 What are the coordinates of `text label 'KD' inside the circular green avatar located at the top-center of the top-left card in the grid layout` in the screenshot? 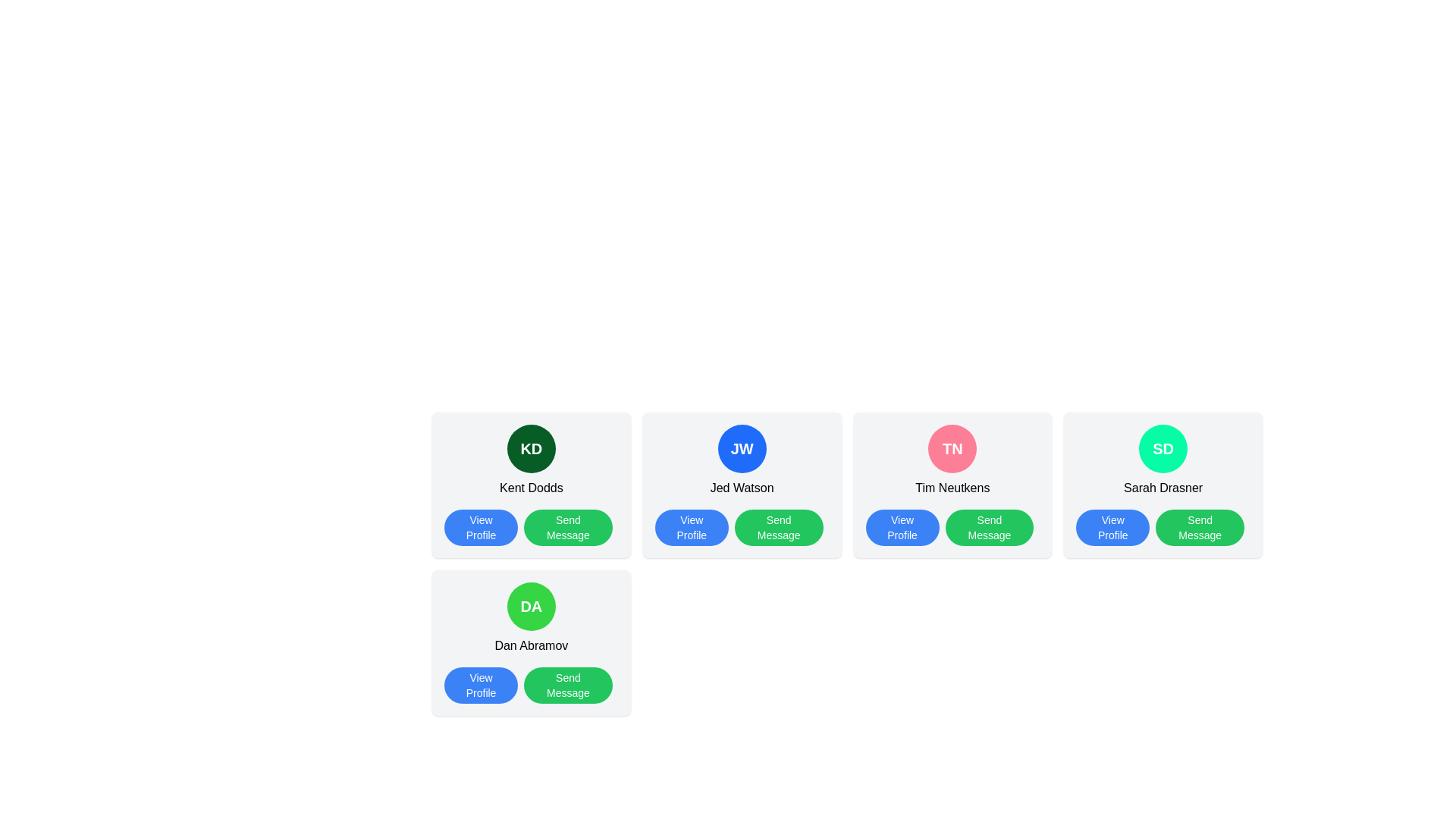 It's located at (531, 447).